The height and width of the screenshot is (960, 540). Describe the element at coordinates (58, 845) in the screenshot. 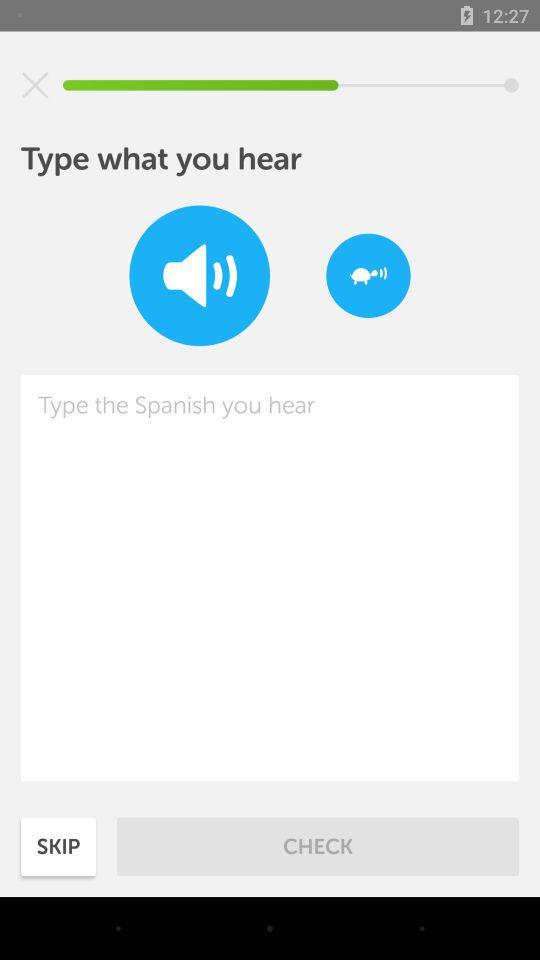

I see `the skip icon` at that location.